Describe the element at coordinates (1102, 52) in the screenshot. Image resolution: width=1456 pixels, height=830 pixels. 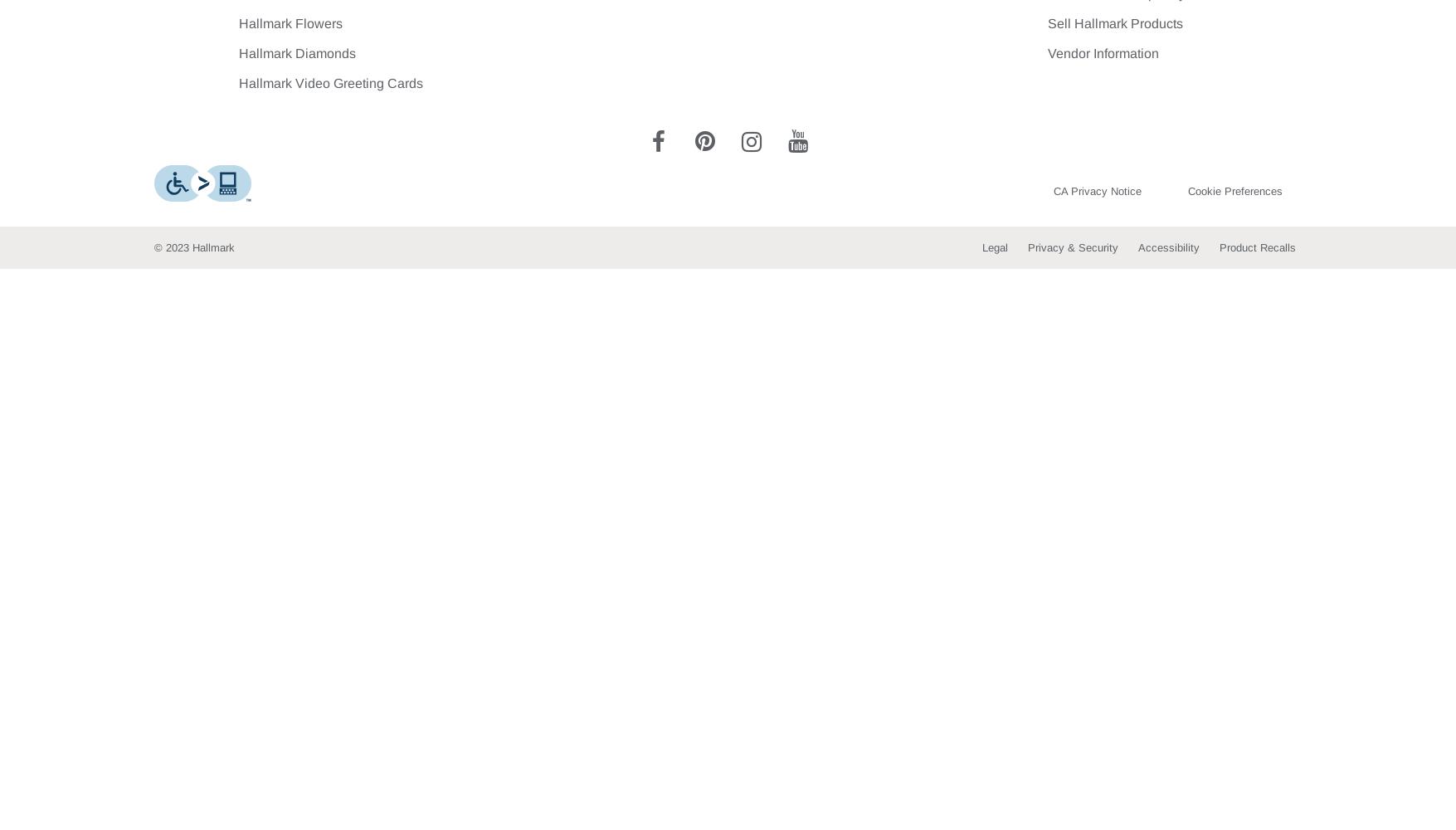
I see `'Vendor Information'` at that location.